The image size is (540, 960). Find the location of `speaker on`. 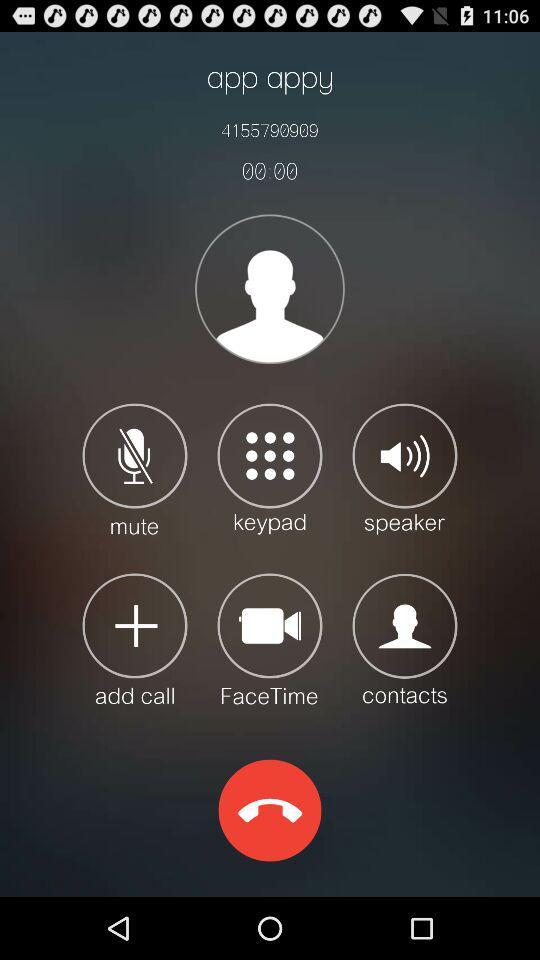

speaker on is located at coordinates (405, 468).